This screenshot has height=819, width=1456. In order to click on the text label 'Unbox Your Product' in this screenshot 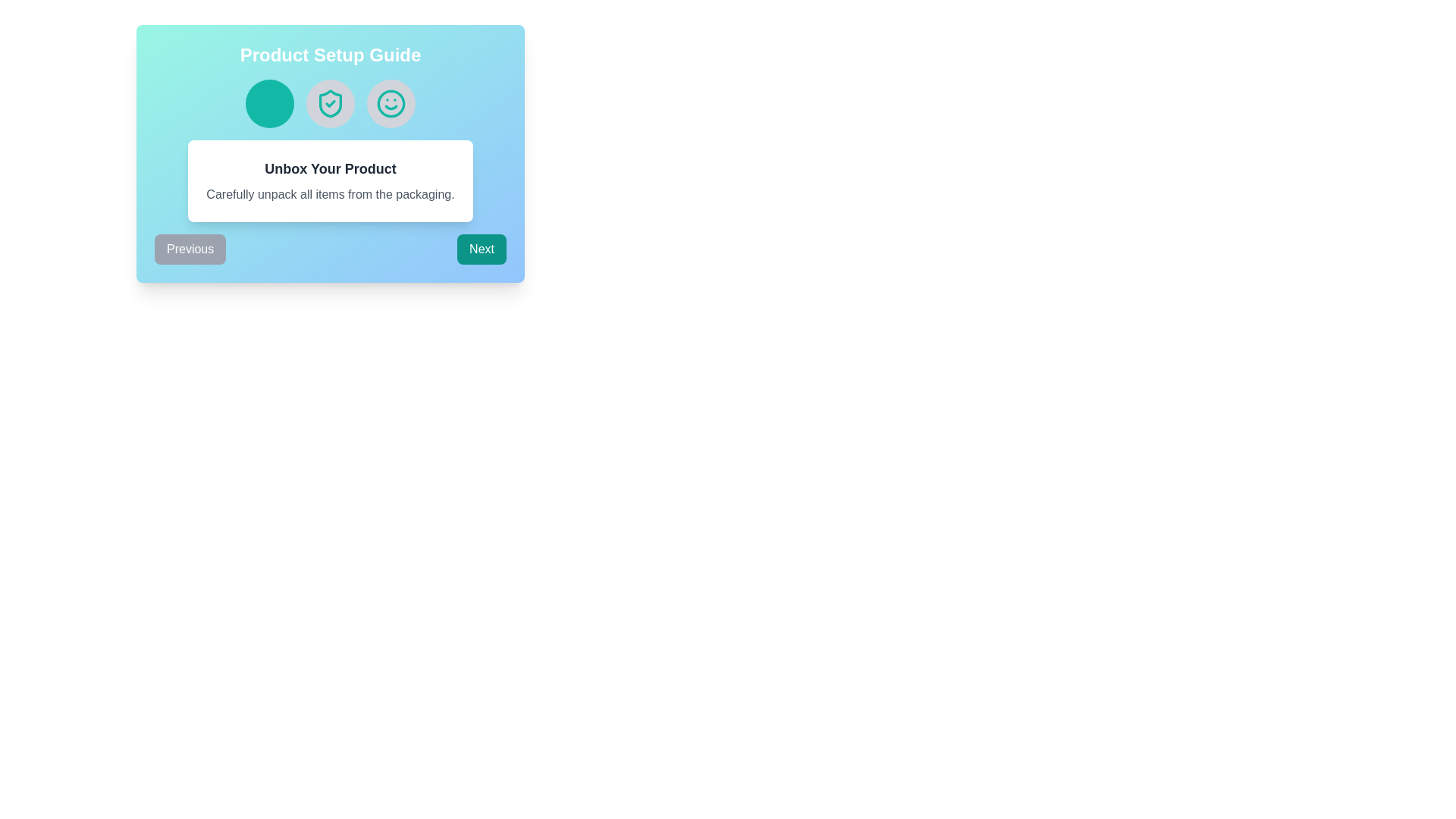, I will do `click(330, 169)`.